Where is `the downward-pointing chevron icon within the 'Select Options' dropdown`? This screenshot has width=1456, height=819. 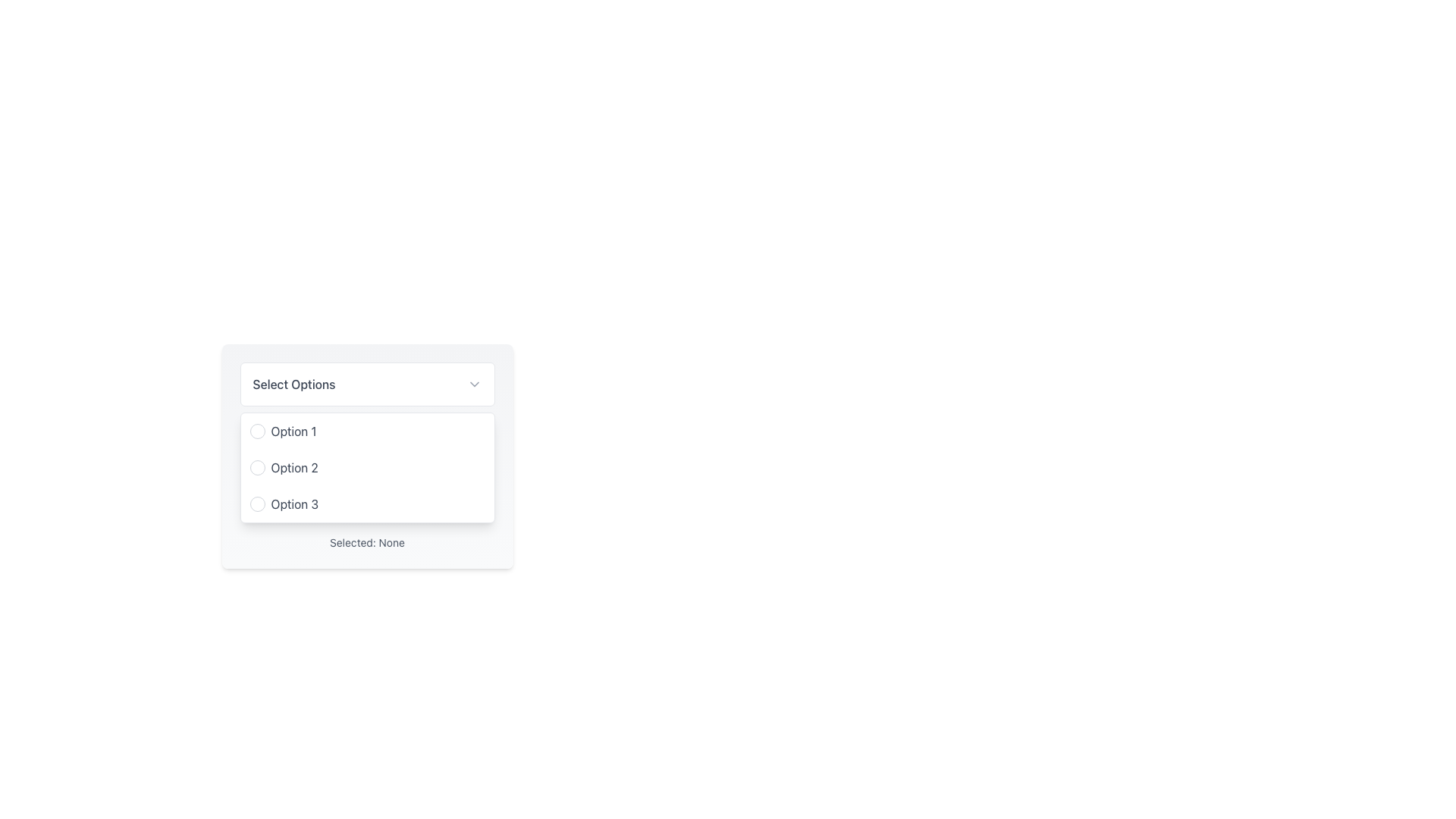
the downward-pointing chevron icon within the 'Select Options' dropdown is located at coordinates (473, 383).